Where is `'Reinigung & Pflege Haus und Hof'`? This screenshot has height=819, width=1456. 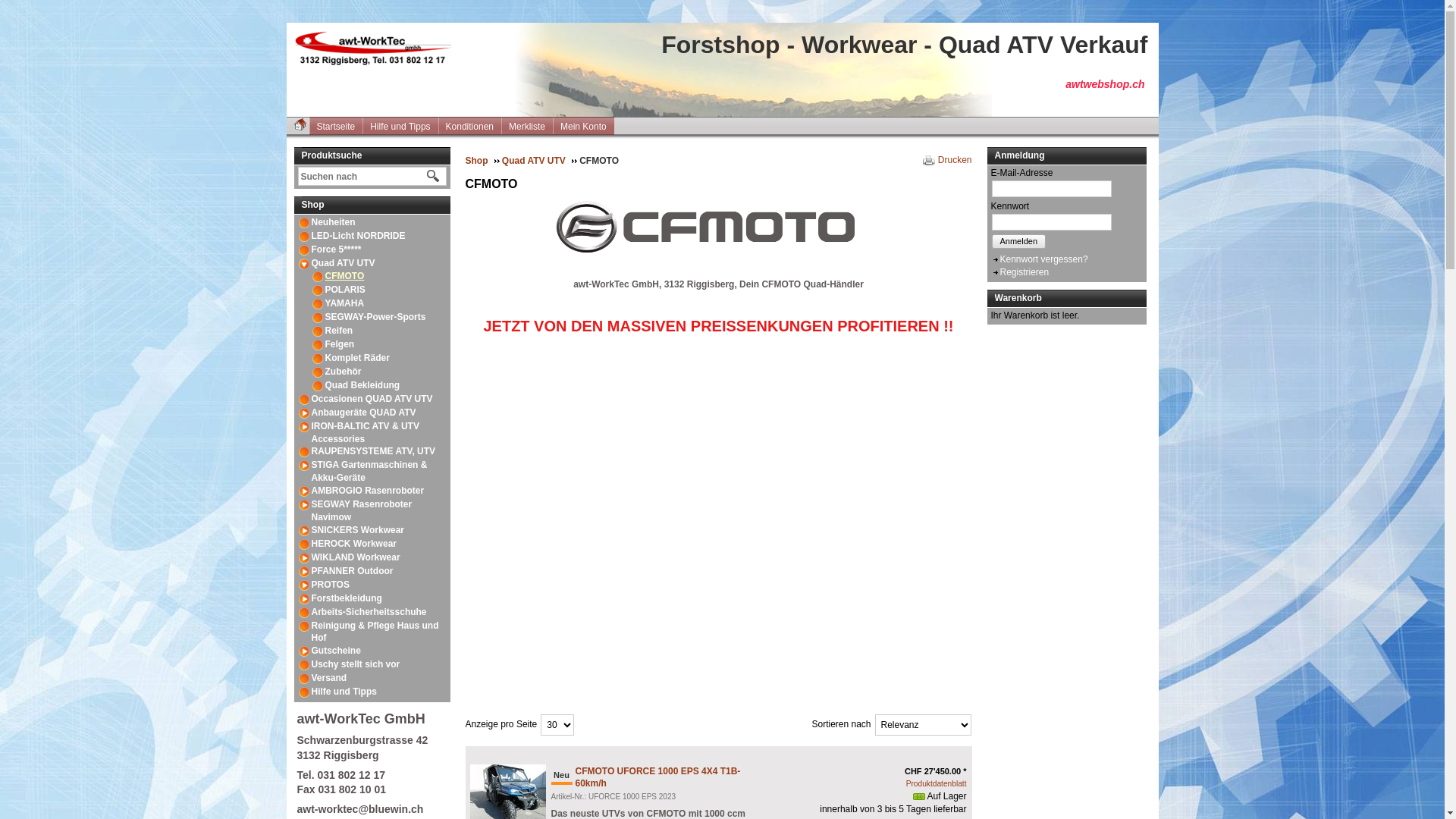
'Reinigung & Pflege Haus und Hof' is located at coordinates (375, 632).